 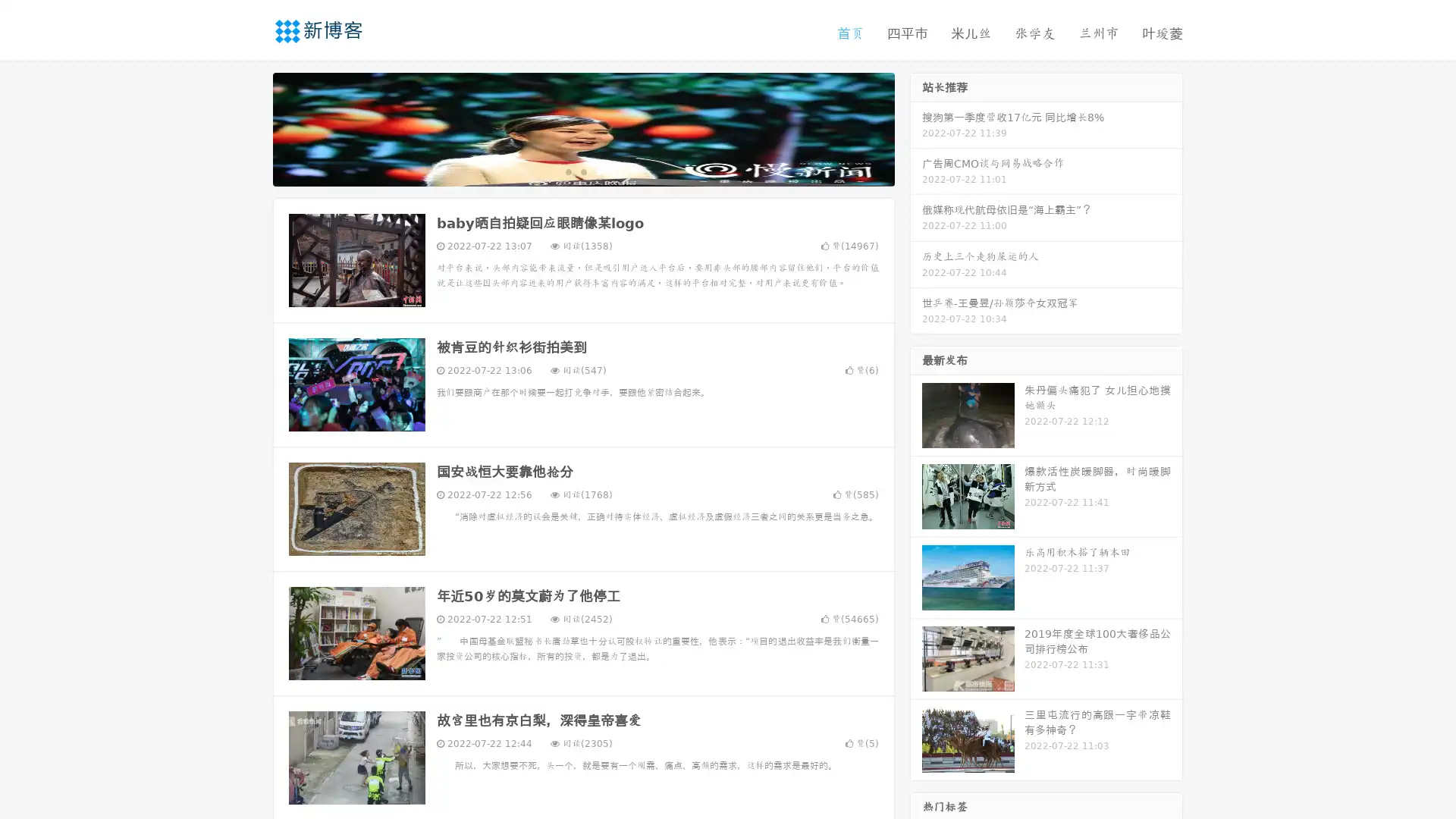 I want to click on Previous slide, so click(x=250, y=127).